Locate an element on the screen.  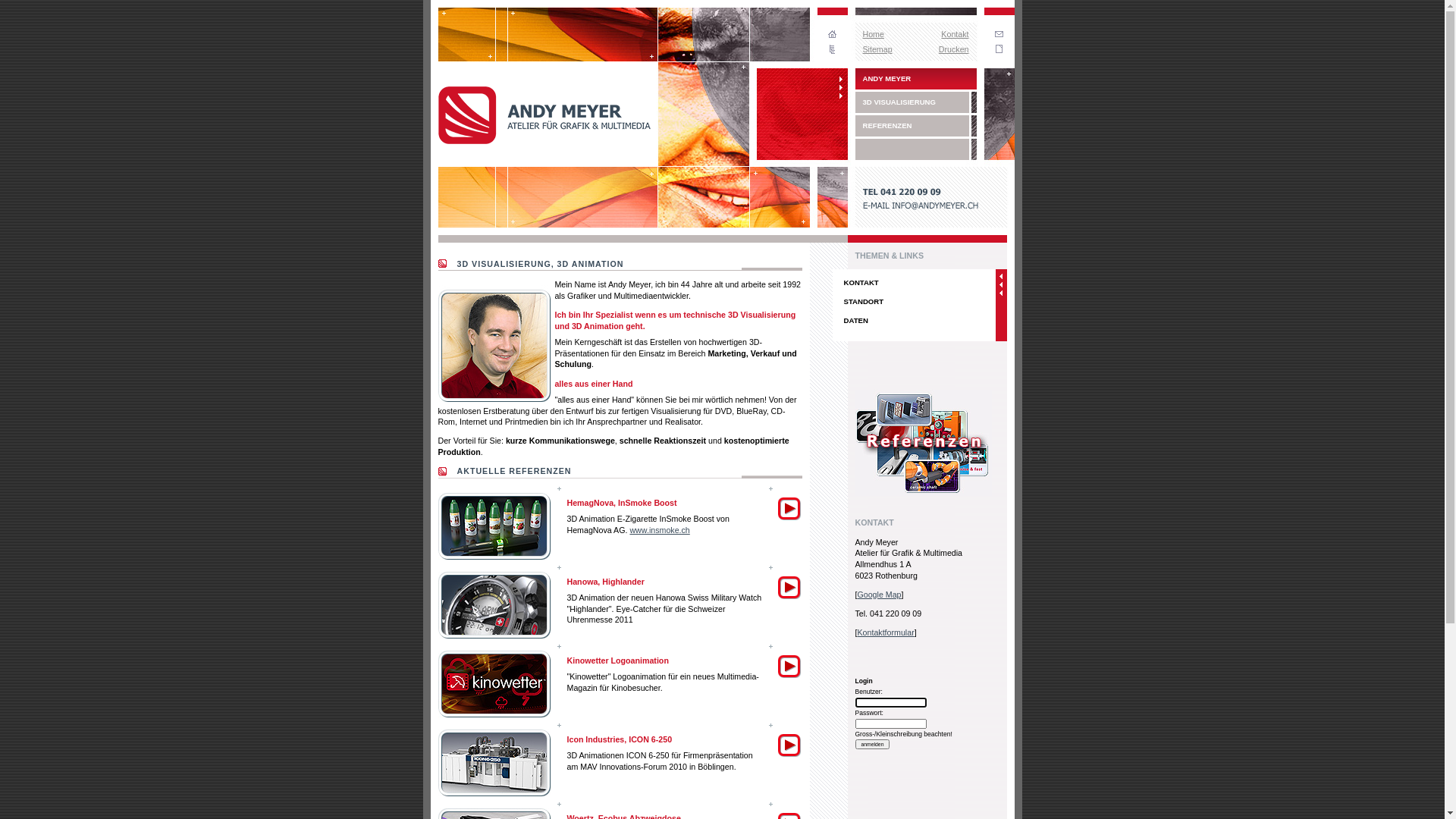
'Kontaktformular' is located at coordinates (885, 632).